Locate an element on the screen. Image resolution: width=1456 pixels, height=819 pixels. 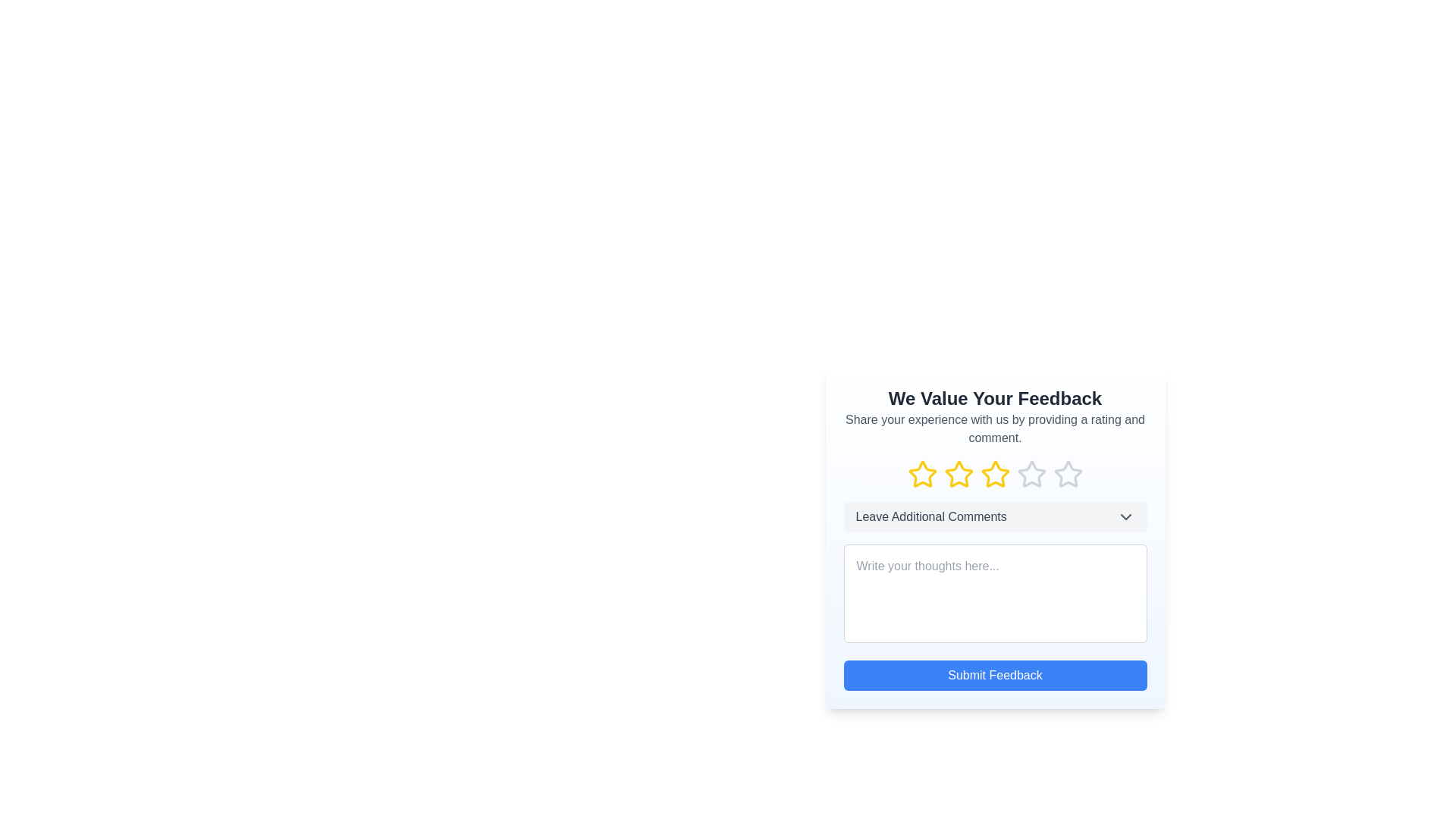
the third star in the interactive rating component, which is styled with a yellow outline and a transparent fill is located at coordinates (995, 473).